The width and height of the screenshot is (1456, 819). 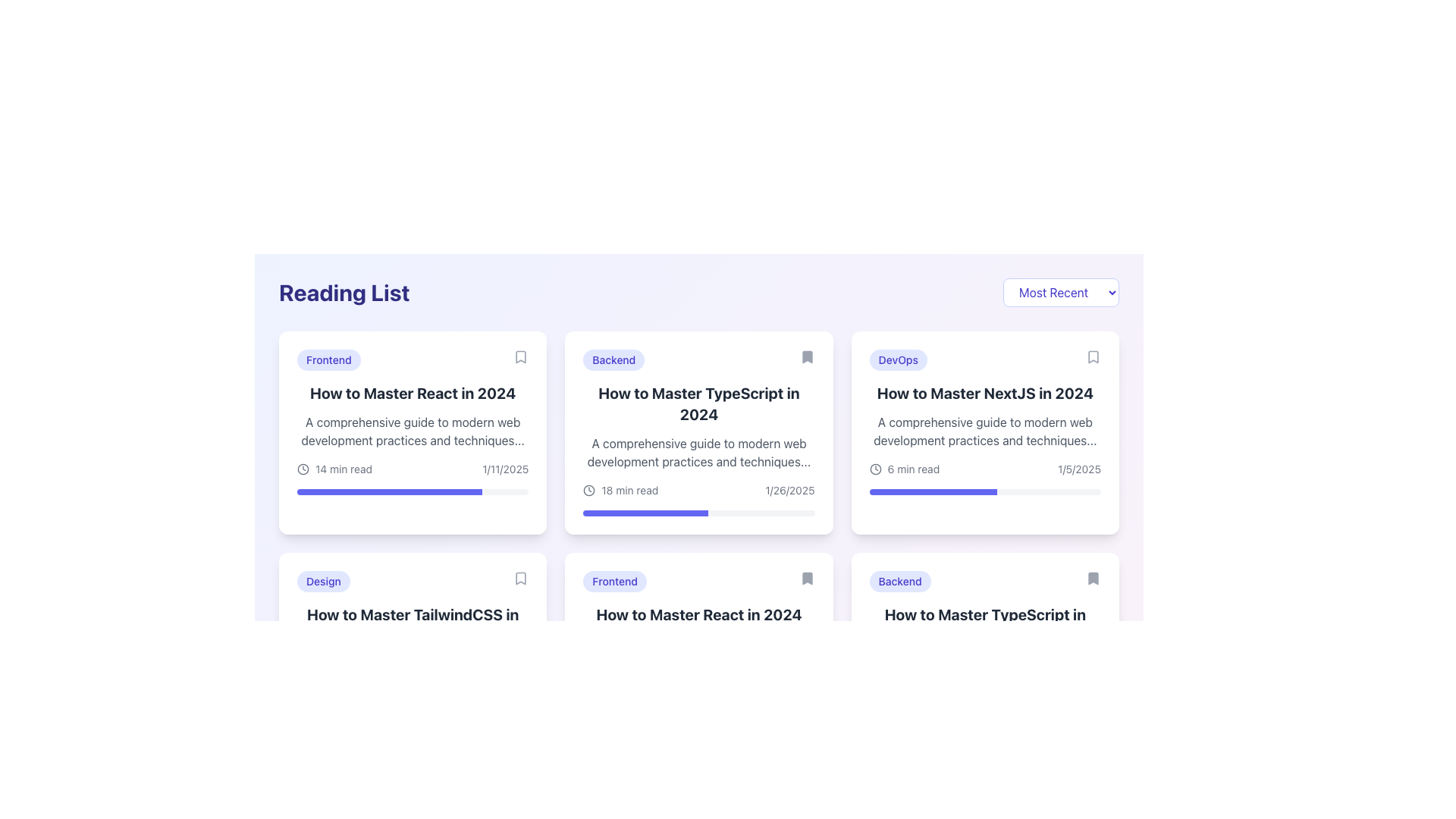 What do you see at coordinates (900, 581) in the screenshot?
I see `the 'Backend' tag located in the bottom-right section of the interface, inside the card labeled 'How to Master TypeScript in 2024'` at bounding box center [900, 581].